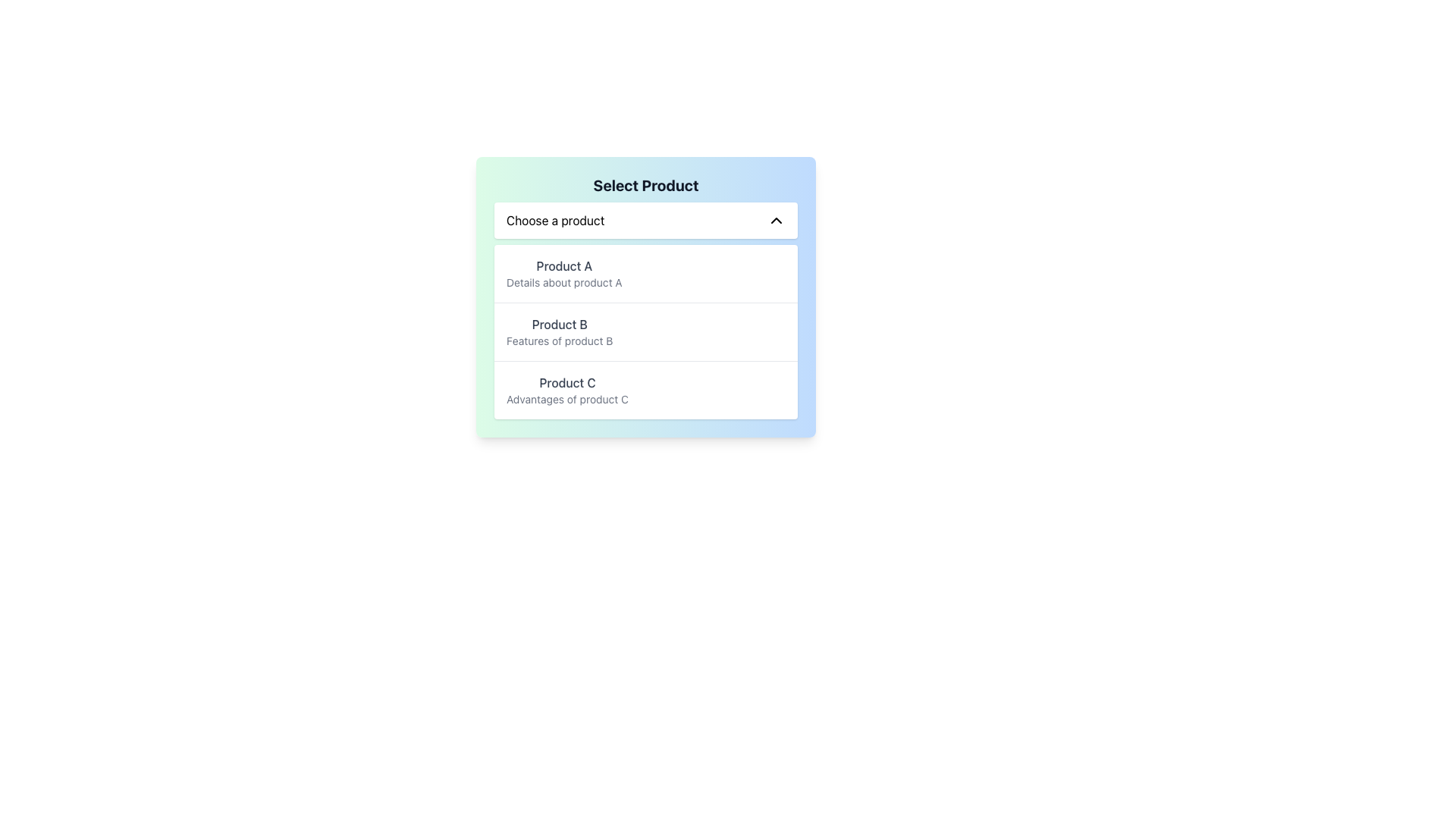 The width and height of the screenshot is (1456, 819). Describe the element at coordinates (645, 331) in the screenshot. I see `the 'Product B' option in the dropdown menu, which is the second item in the list labeled 'Select Product'` at that location.